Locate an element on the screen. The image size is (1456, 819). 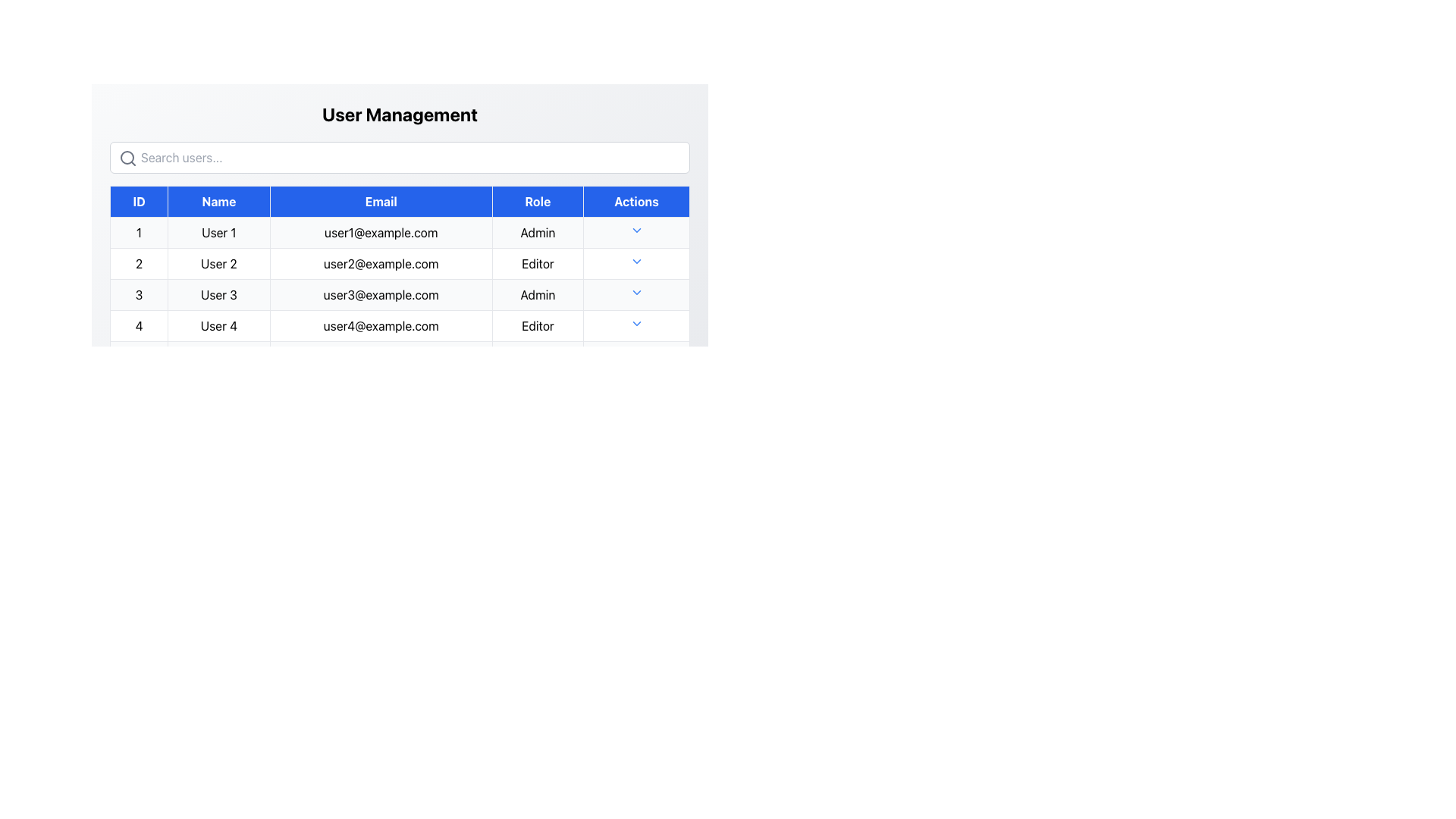
the SVG circle element that visually represents the search functionality, located next to the 'Search users...' input field is located at coordinates (127, 158).